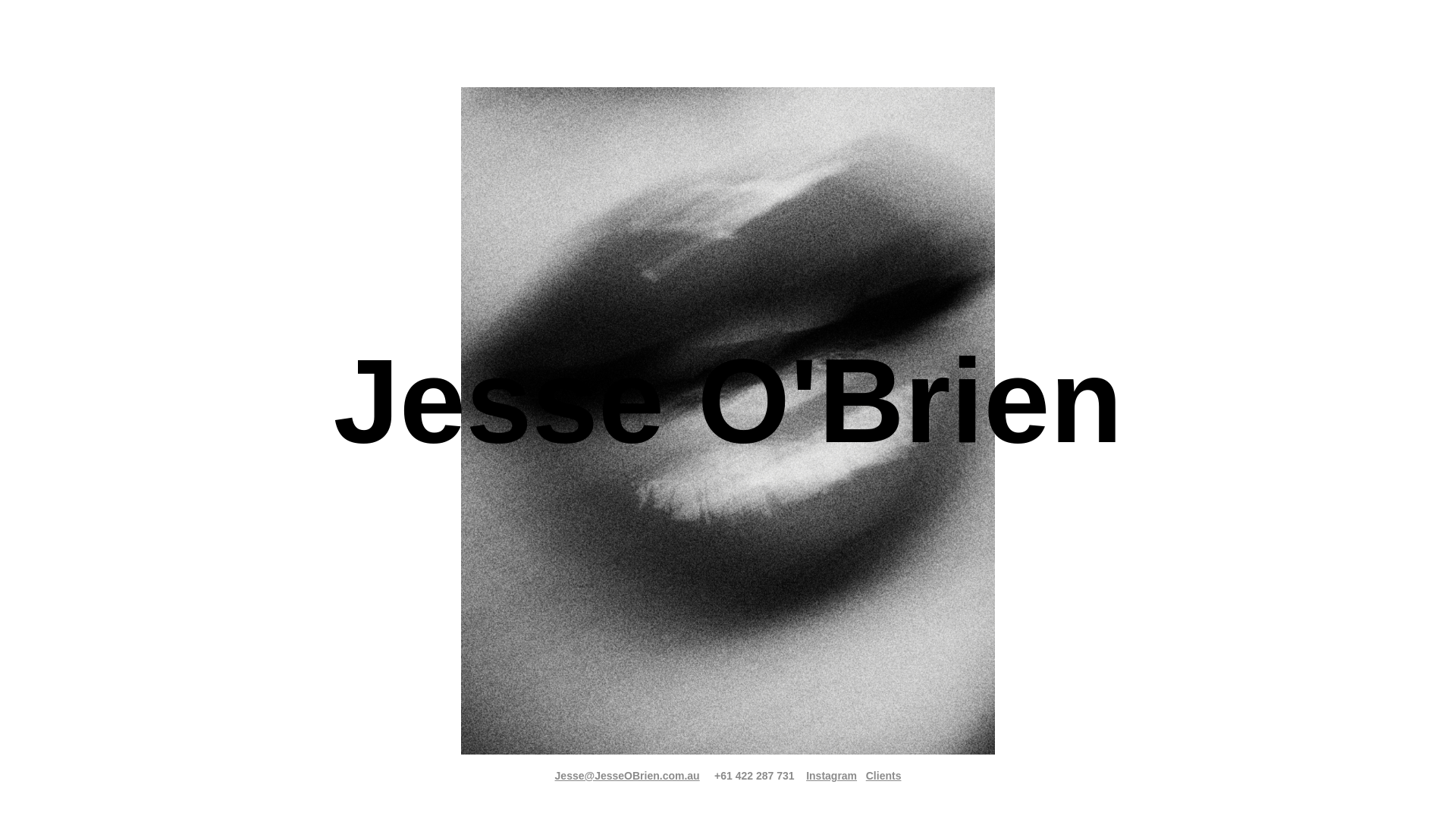 This screenshot has height=819, width=1456. What do you see at coordinates (627, 775) in the screenshot?
I see `'Jesse@JesseOBrien.com.au'` at bounding box center [627, 775].